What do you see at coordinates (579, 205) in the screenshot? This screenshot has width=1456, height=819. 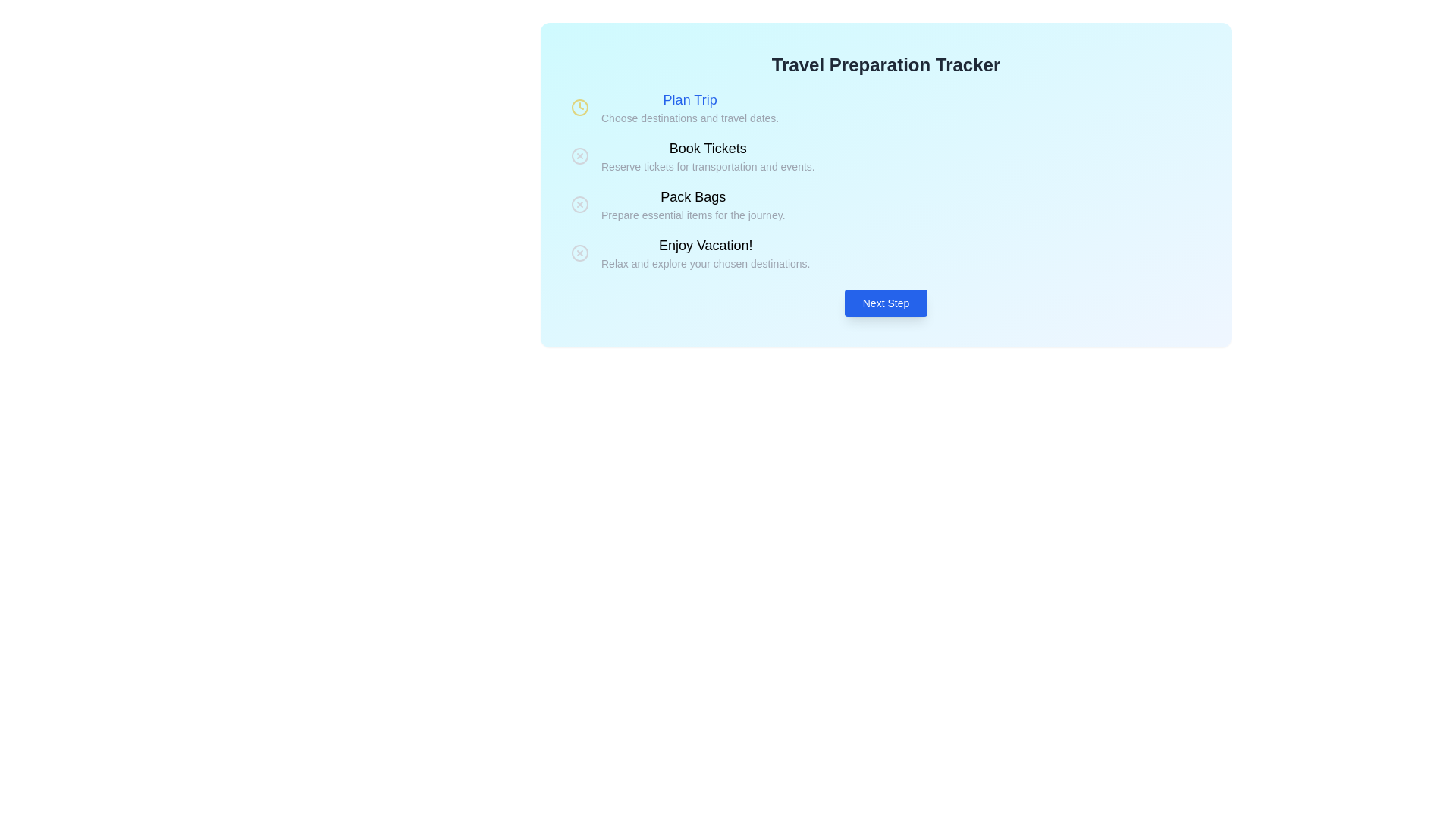 I see `the circular icon with a gray outline and cross inside, located to the left of the text 'Pack Bags'` at bounding box center [579, 205].